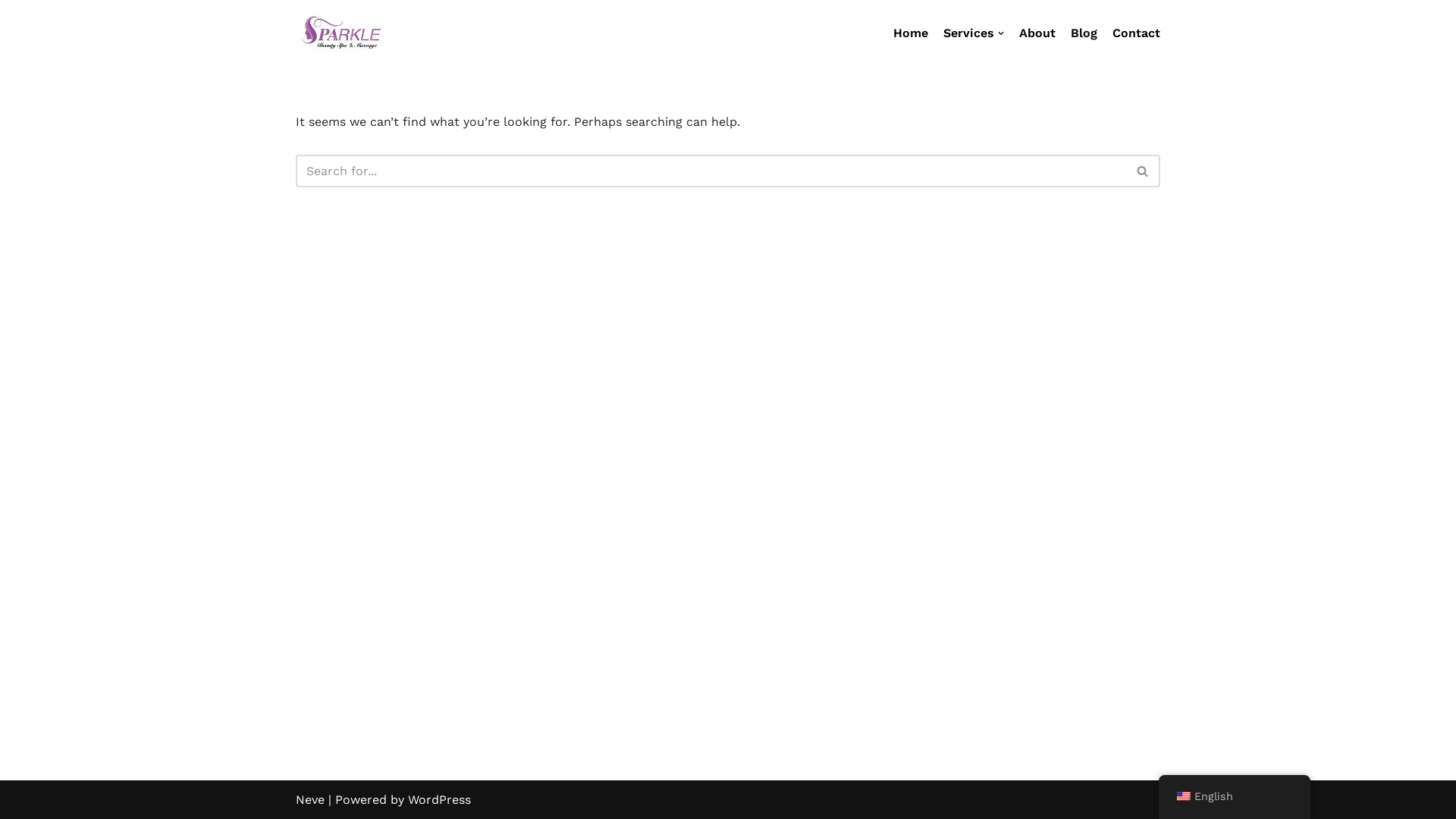  Describe the element at coordinates (438, 799) in the screenshot. I see `'WordPress'` at that location.